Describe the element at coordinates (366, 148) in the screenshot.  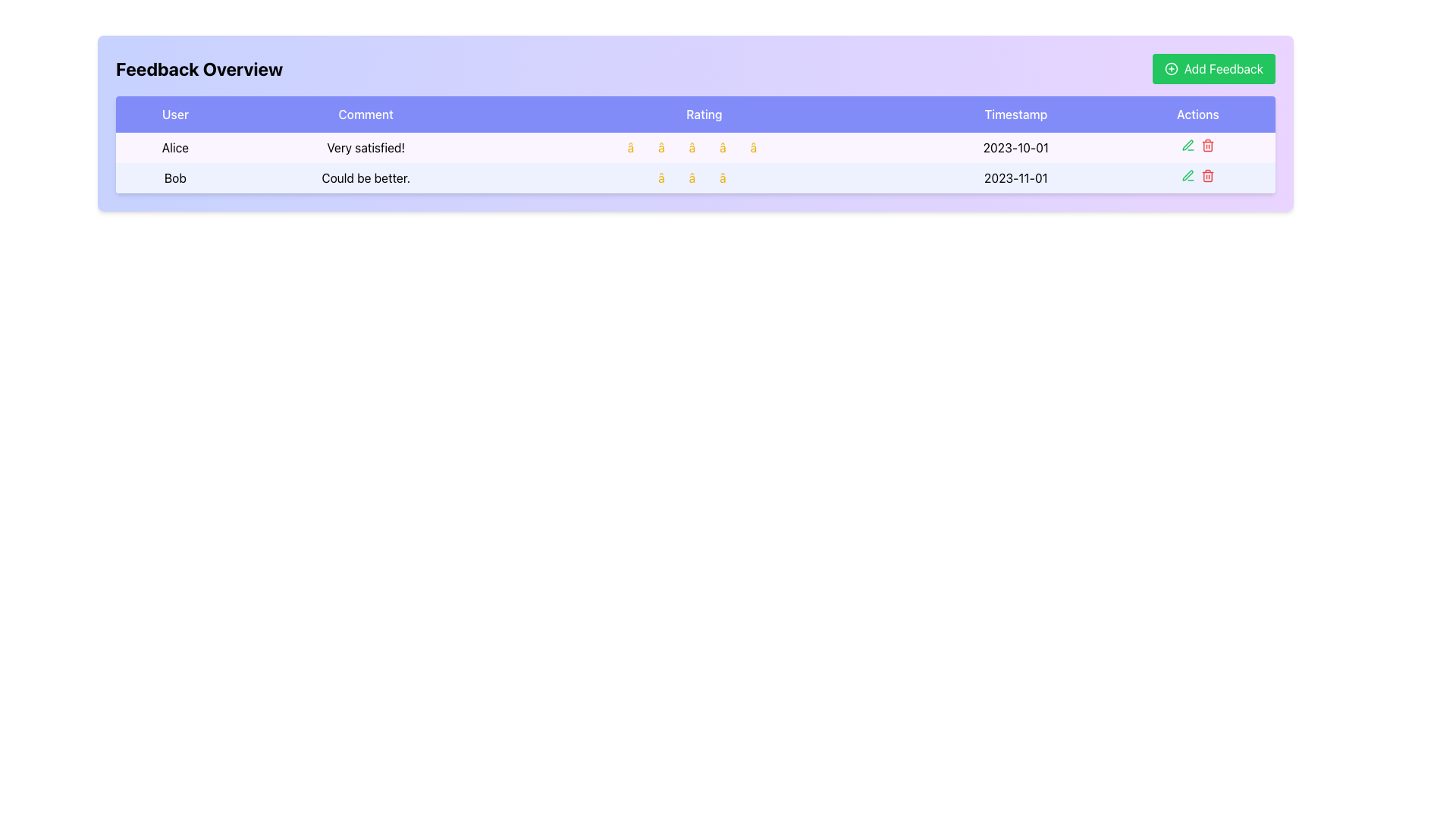
I see `text displayed in the feedback text block located in the second column of the first data row of the feedback table, which follows the cell containing the user name 'Alice'` at that location.